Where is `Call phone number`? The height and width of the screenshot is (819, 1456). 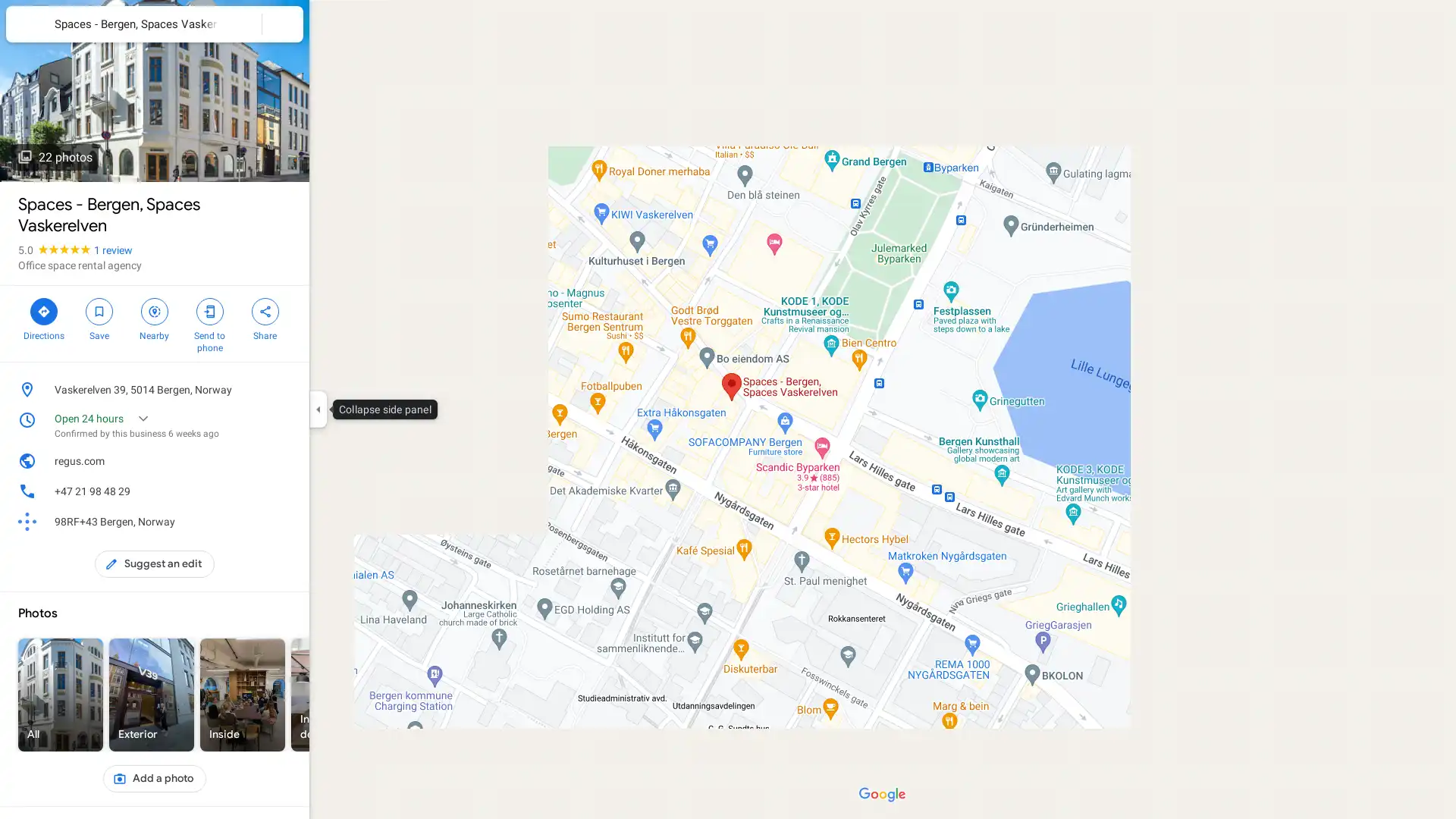
Call phone number is located at coordinates (284, 491).